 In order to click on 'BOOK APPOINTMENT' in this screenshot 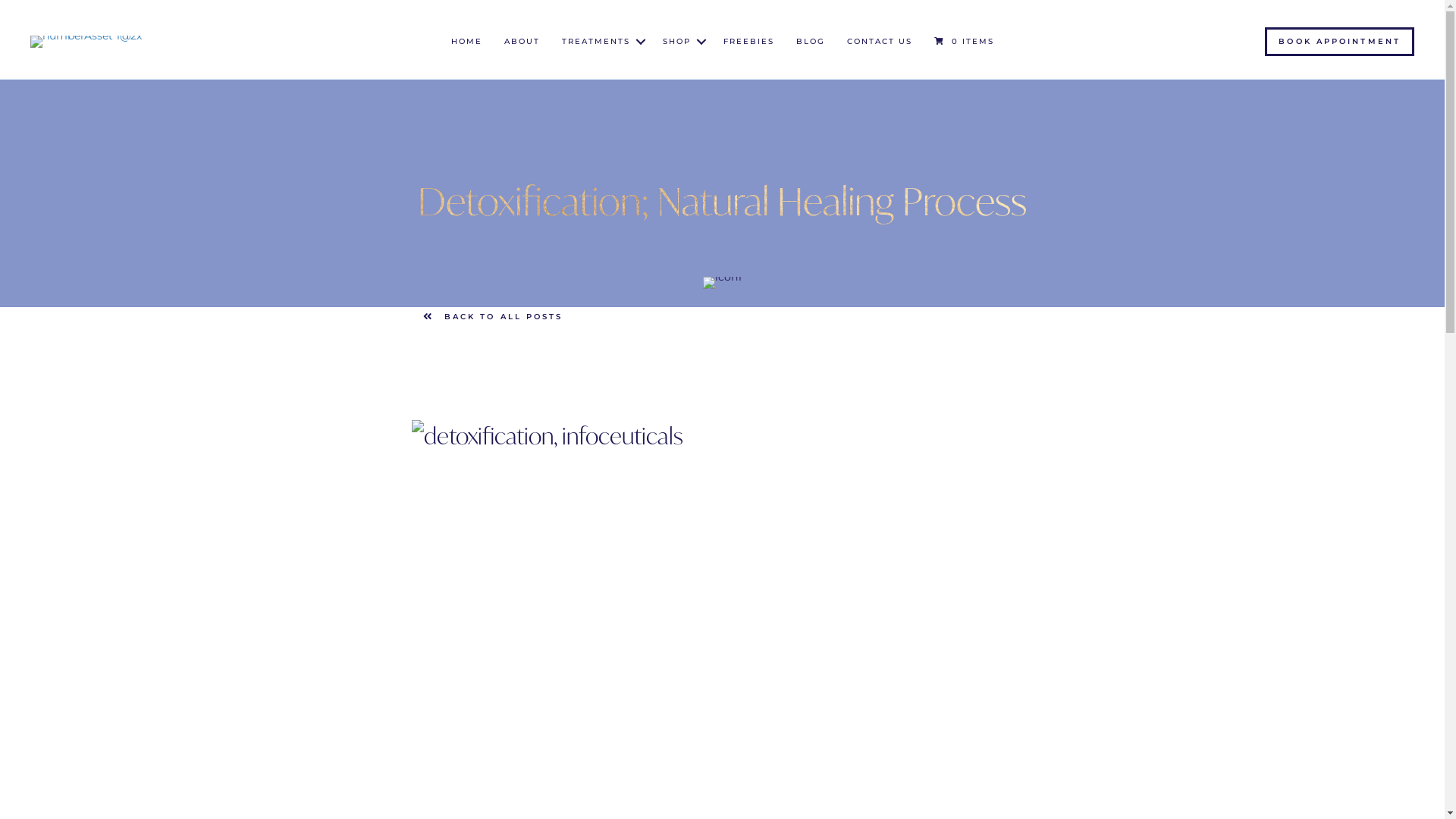, I will do `click(1265, 40)`.